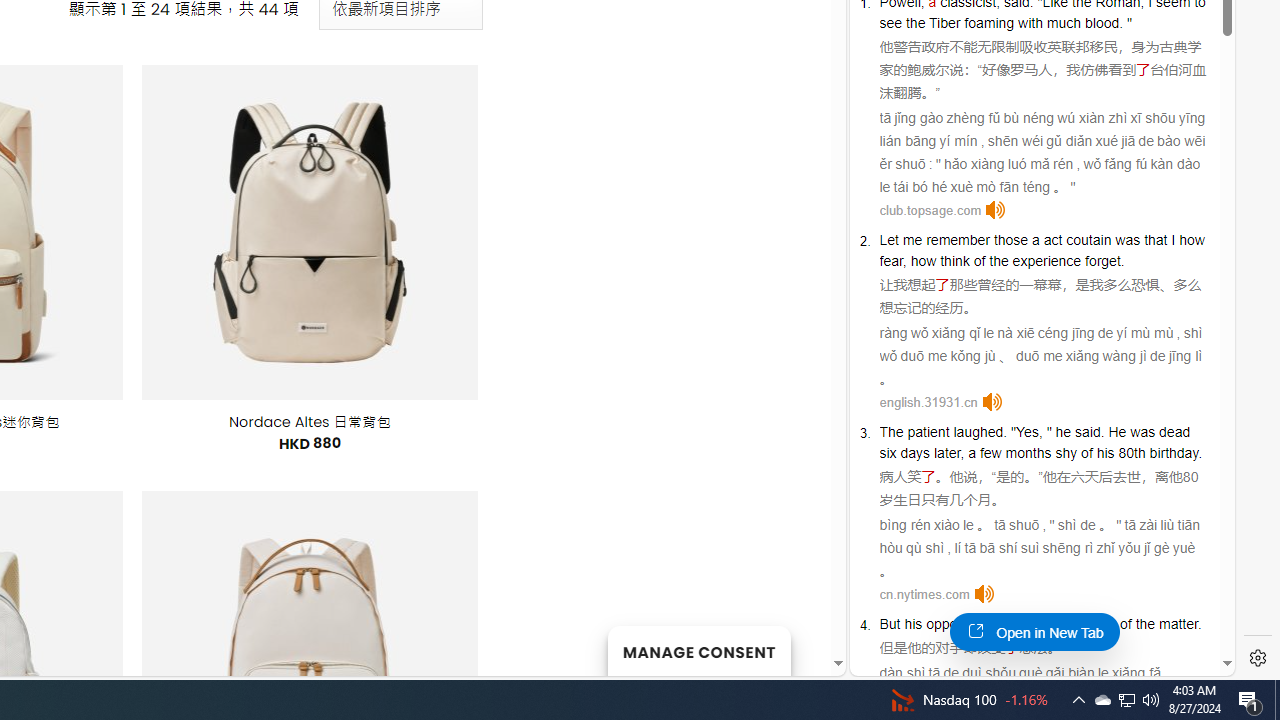  Describe the element at coordinates (978, 431) in the screenshot. I see `'laughed'` at that location.